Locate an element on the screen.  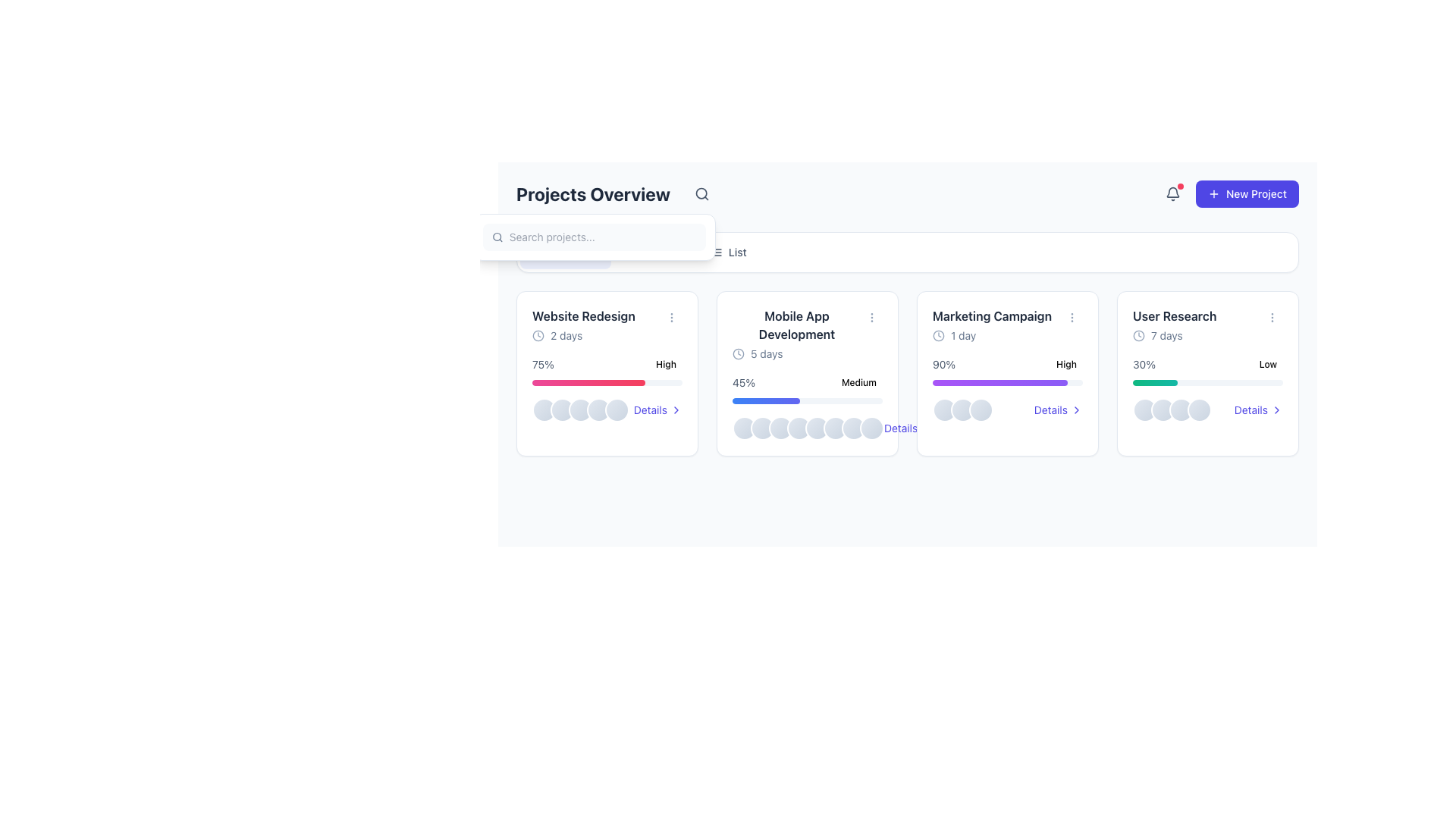
the text link located in the bottom-right section of the 'Website Redesign' card is located at coordinates (650, 409).